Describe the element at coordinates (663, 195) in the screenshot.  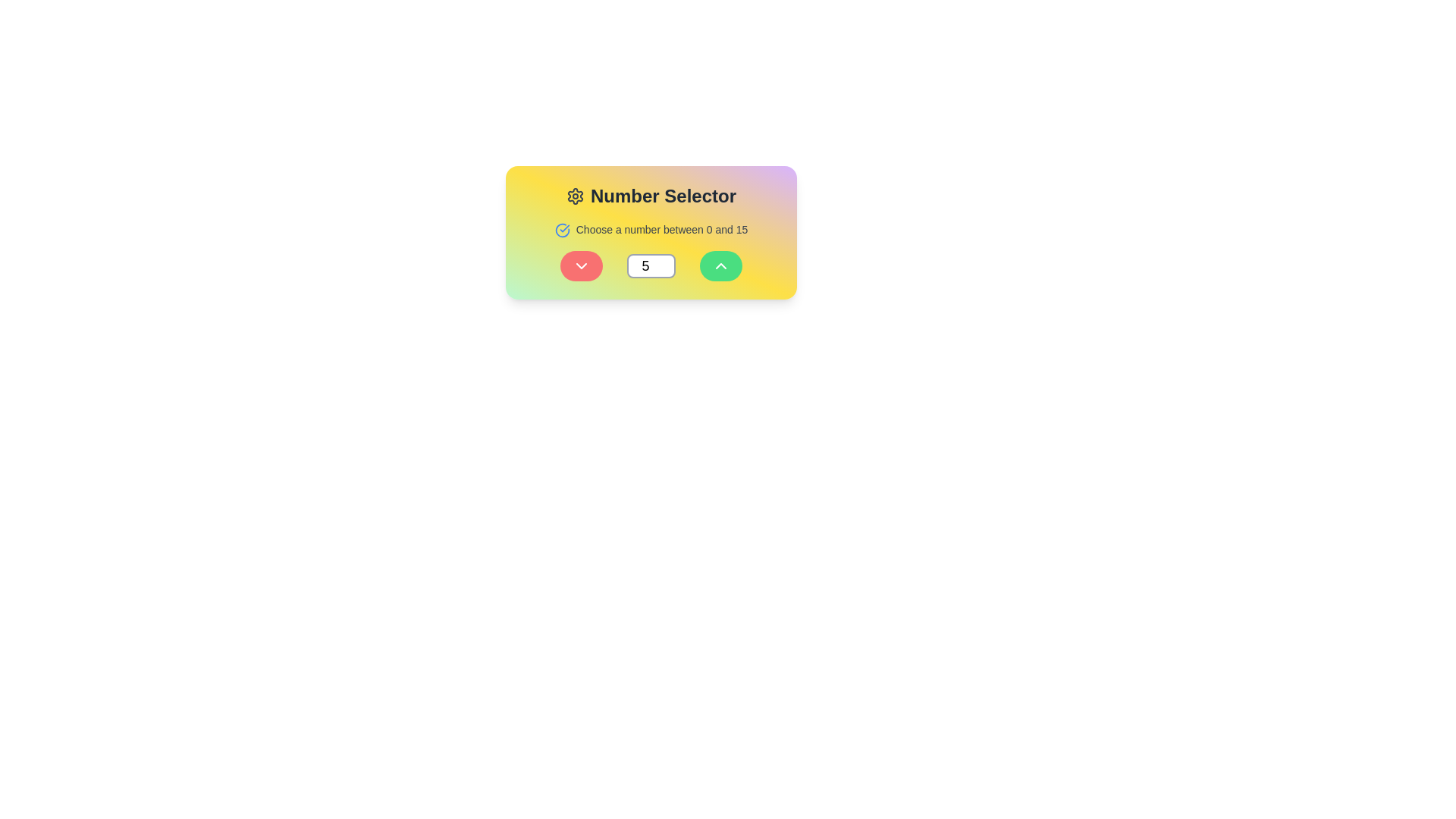
I see `the Text Label that acts as a title for the number selection functionality, positioned to the right of an icon and above other interactive components` at that location.